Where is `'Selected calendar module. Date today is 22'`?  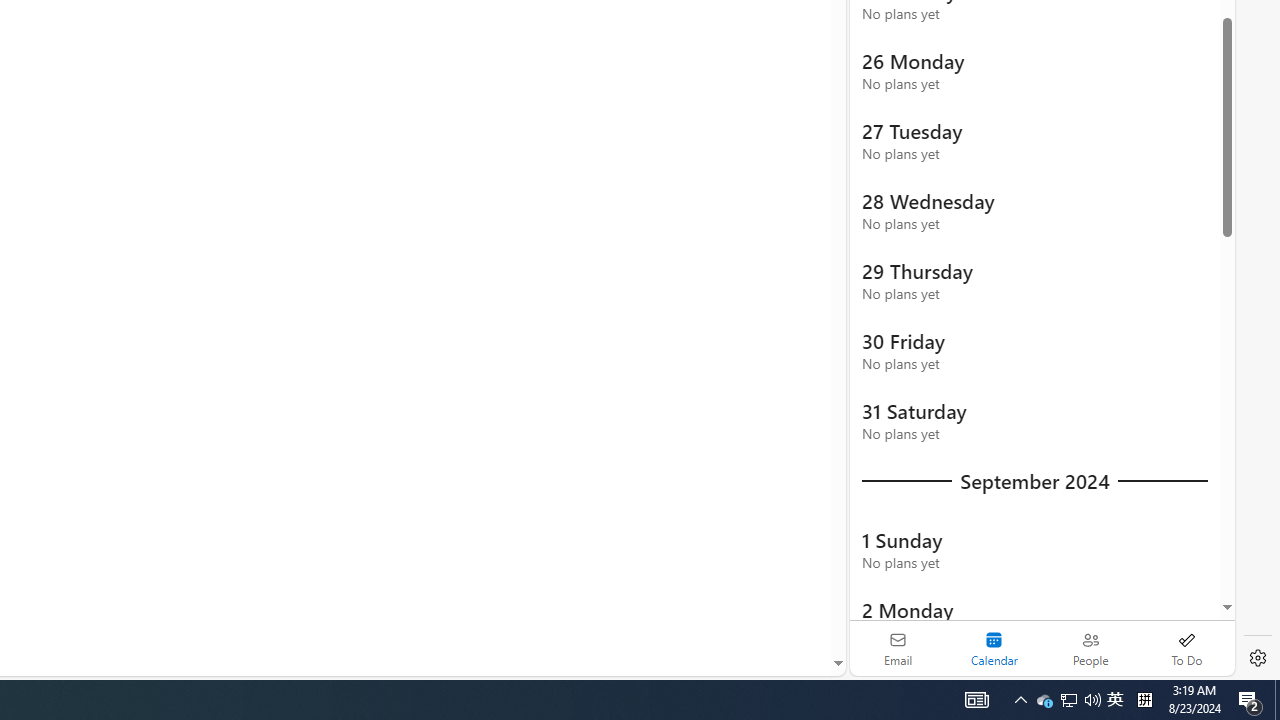
'Selected calendar module. Date today is 22' is located at coordinates (994, 648).